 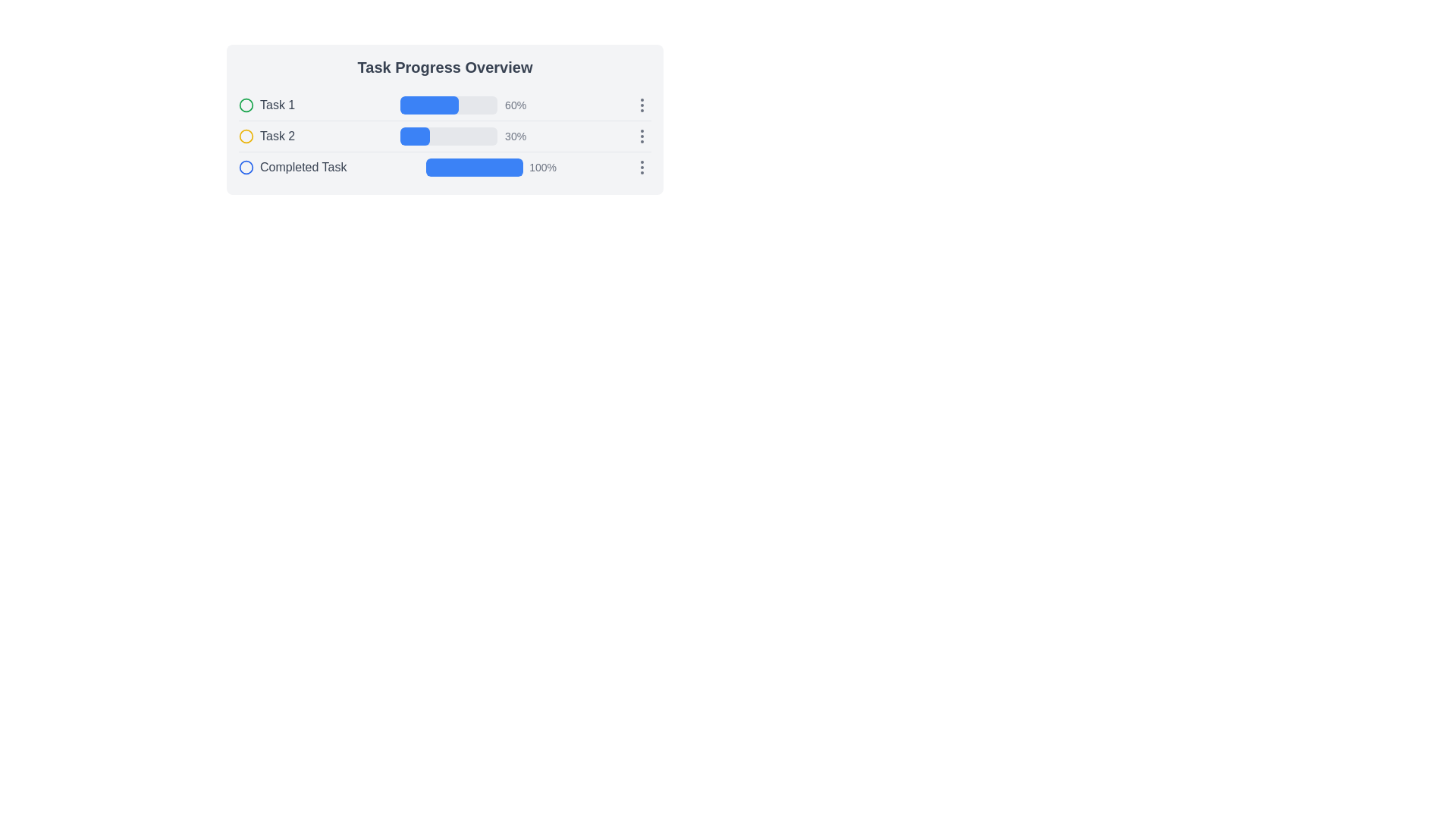 I want to click on percentage value displayed next to the second progress bar for 'Task 2' in the 'Task Progress Overview' section, so click(x=463, y=136).